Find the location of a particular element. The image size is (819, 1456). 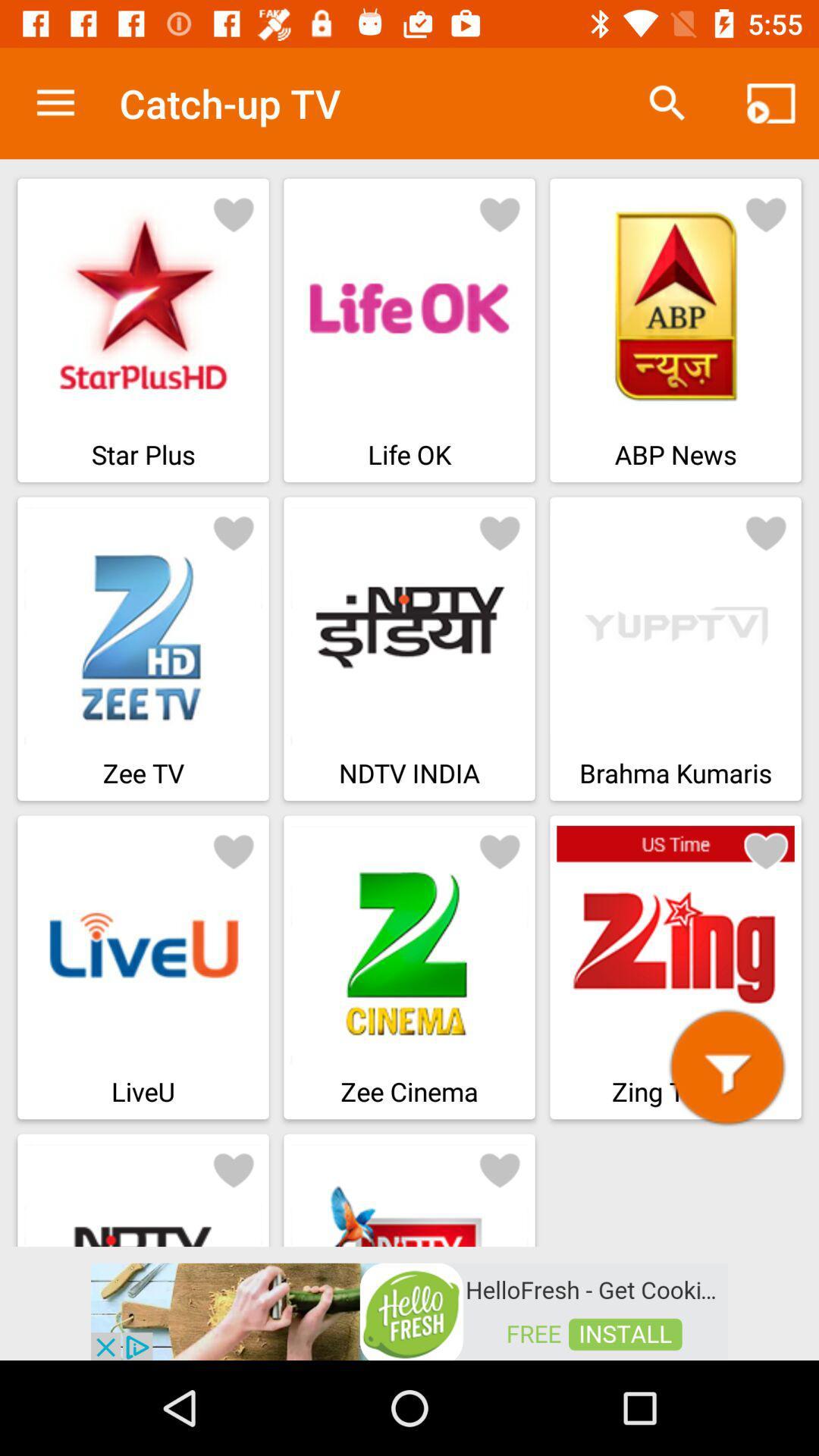

mark as favorite is located at coordinates (234, 851).